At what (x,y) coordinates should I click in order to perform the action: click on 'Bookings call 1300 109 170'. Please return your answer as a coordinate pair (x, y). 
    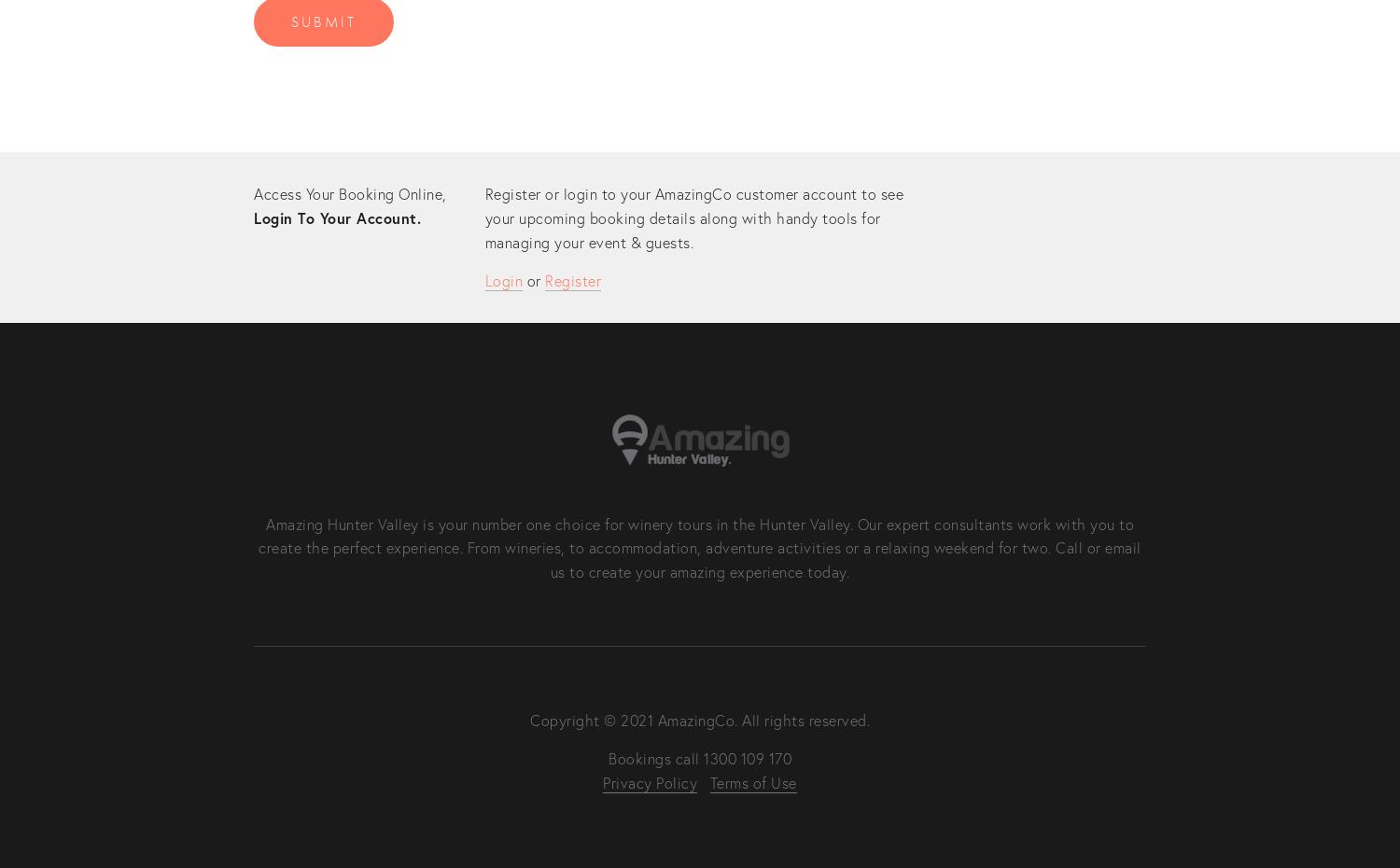
    Looking at the image, I should click on (700, 757).